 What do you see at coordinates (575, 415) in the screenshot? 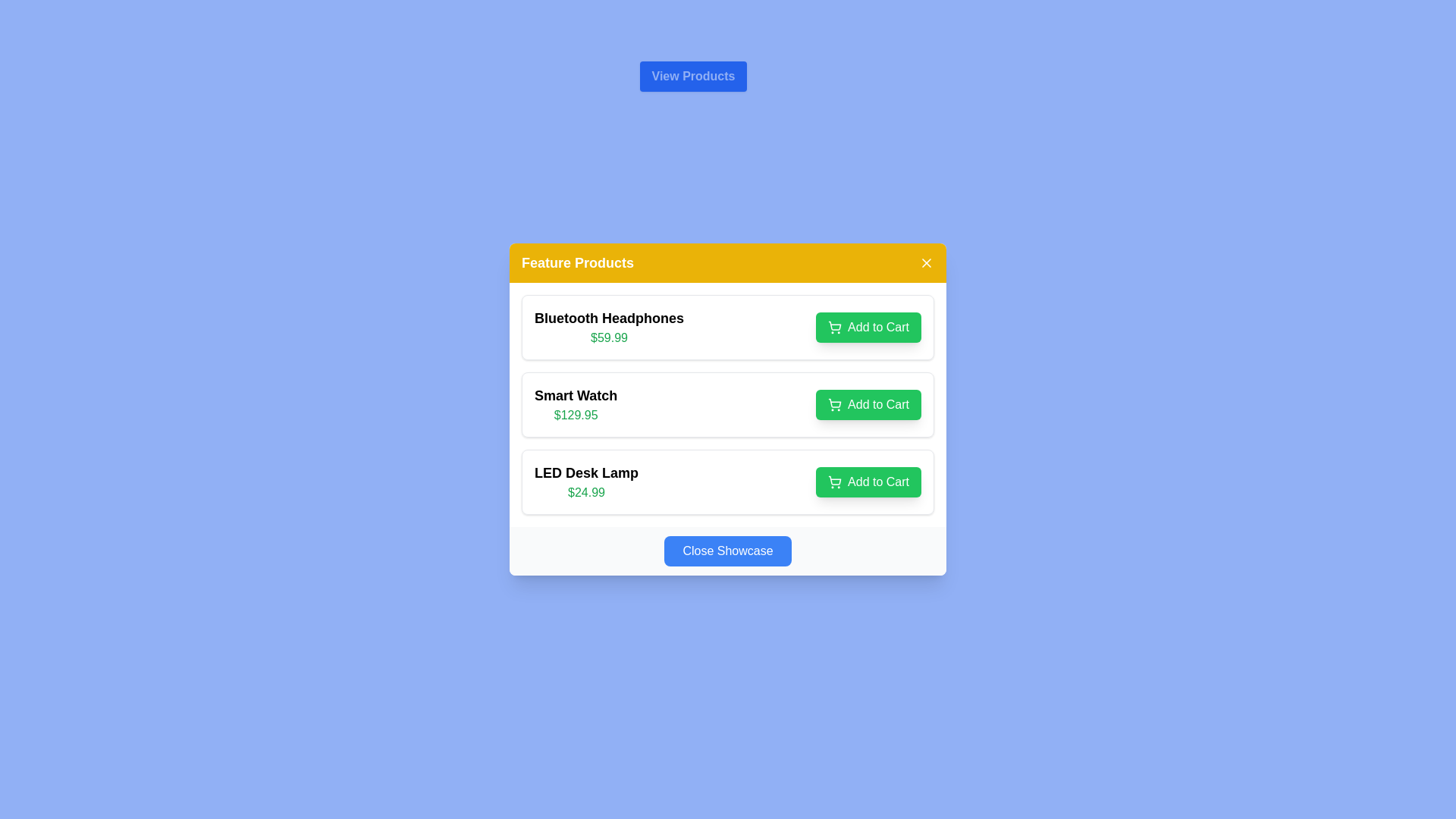
I see `the informational price display for the item labeled 'Smart Watch', which is located directly under the 'Smart Watch' label in the product listing interface` at bounding box center [575, 415].